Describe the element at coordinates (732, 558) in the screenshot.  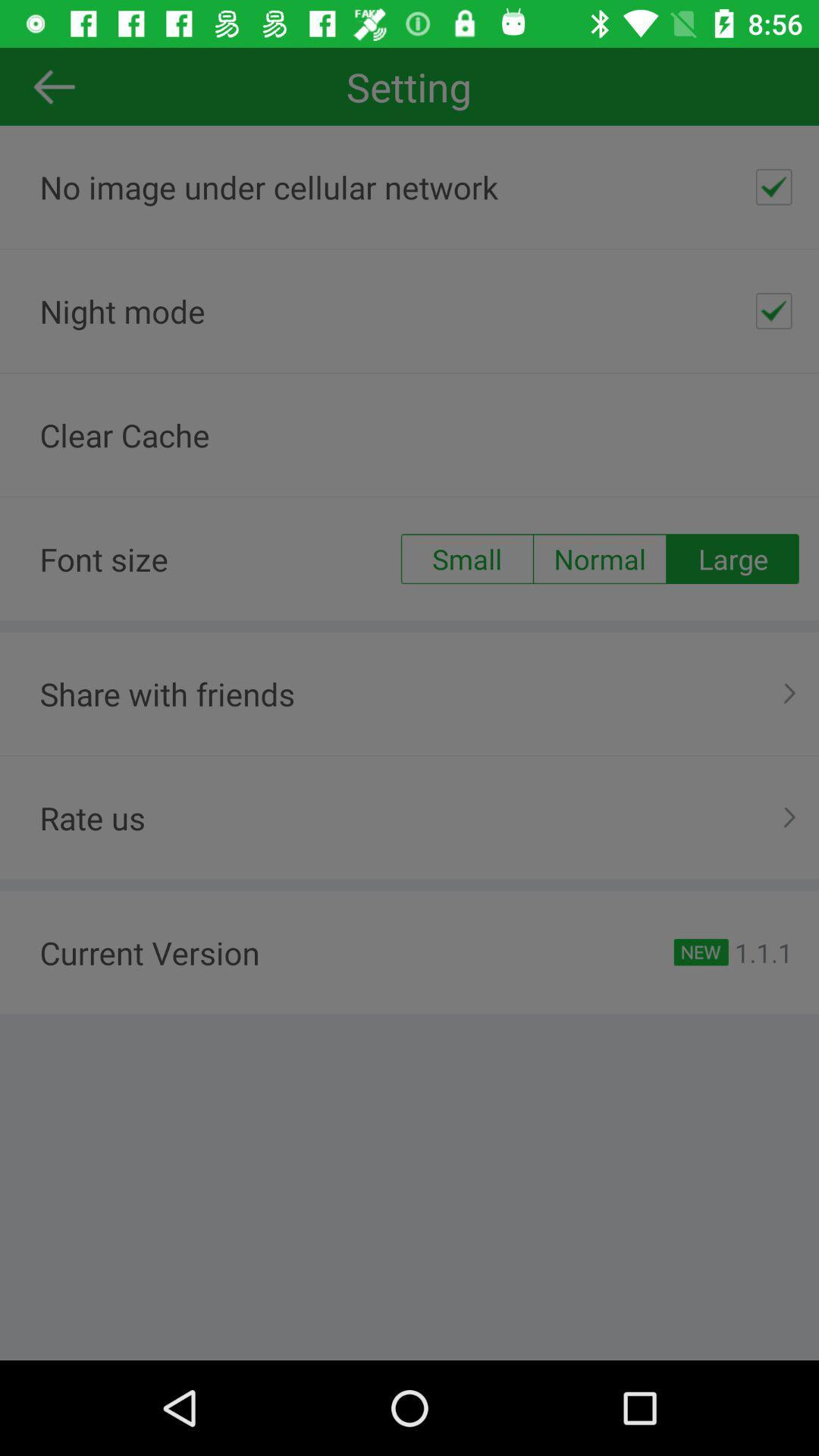
I see `large item` at that location.